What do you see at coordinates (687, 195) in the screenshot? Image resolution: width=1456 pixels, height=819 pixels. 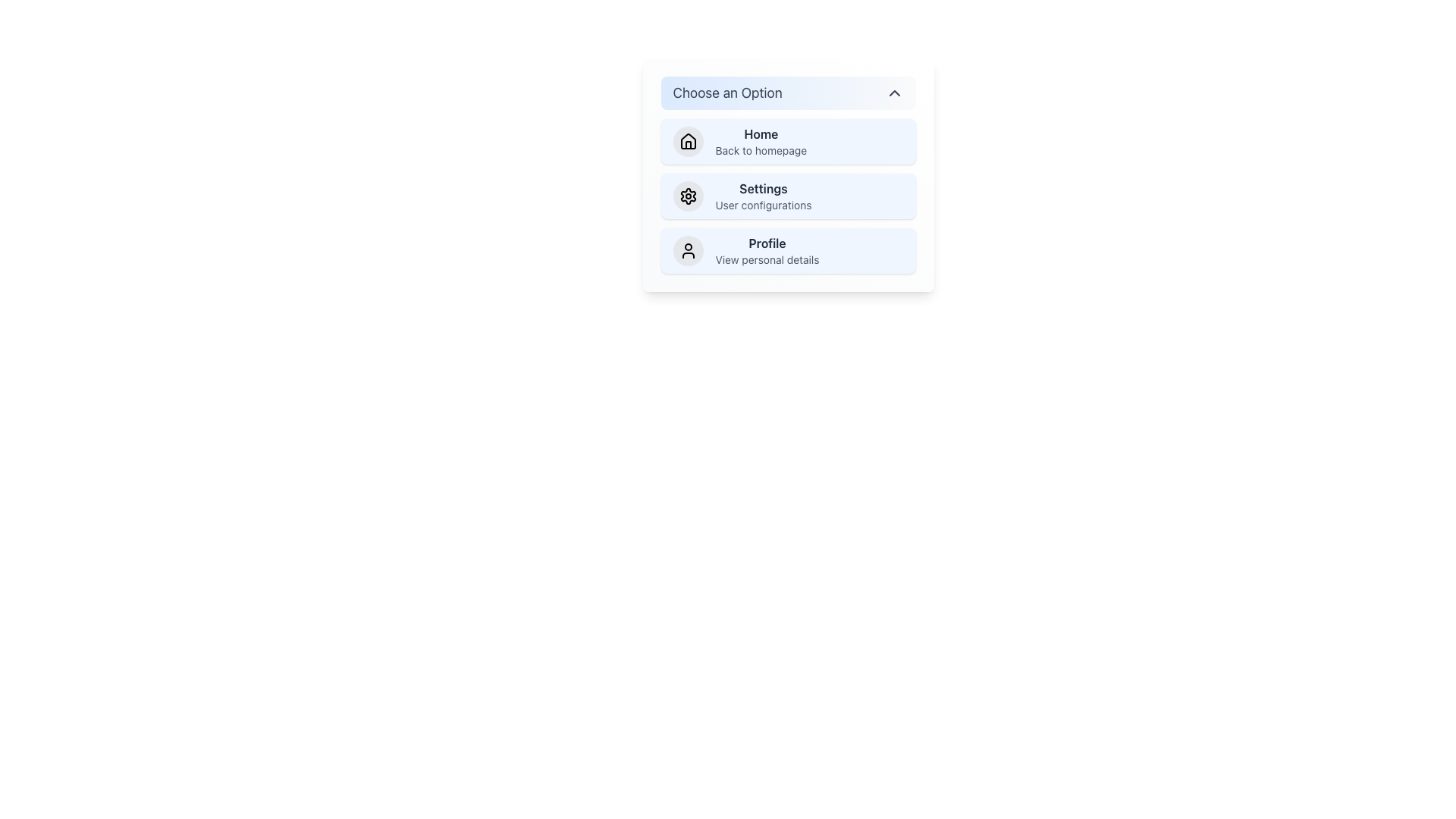 I see `the 'Settings' icon, which is the second element in the vertical list of options, located to the left of the 'Settings' label` at bounding box center [687, 195].